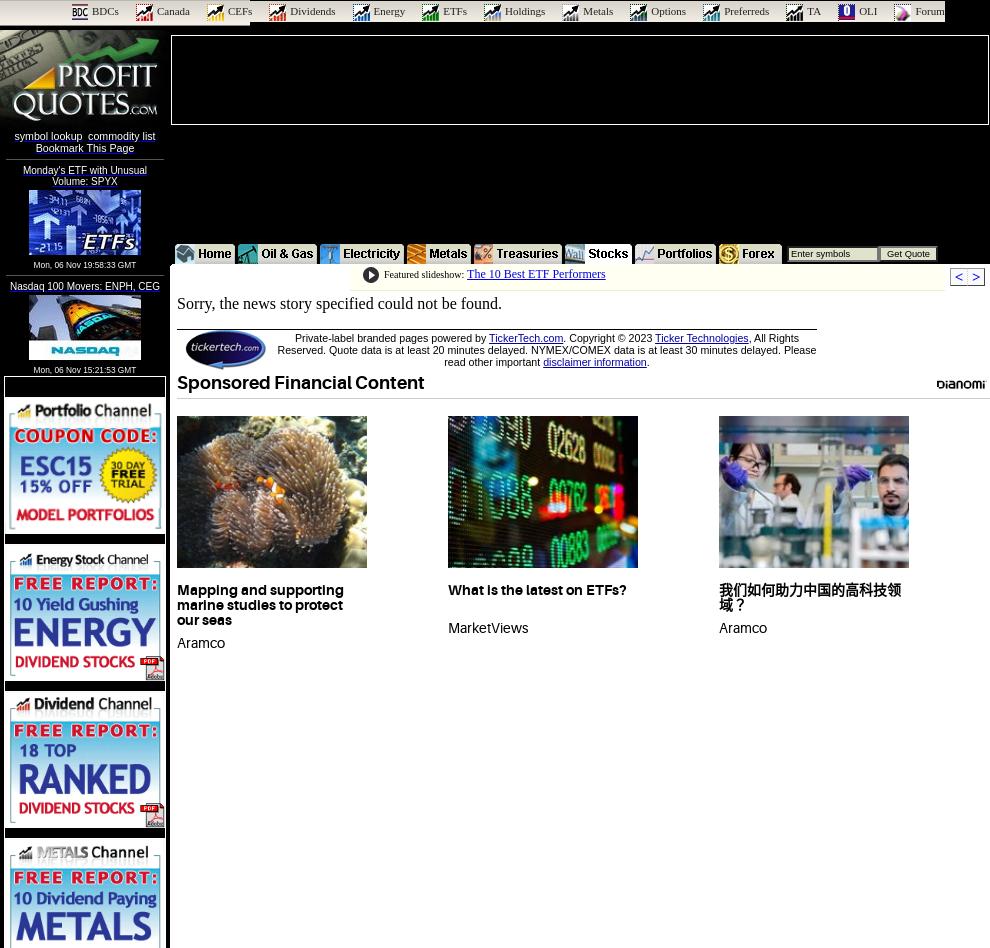  I want to click on 'symbol lookup', so click(12, 135).